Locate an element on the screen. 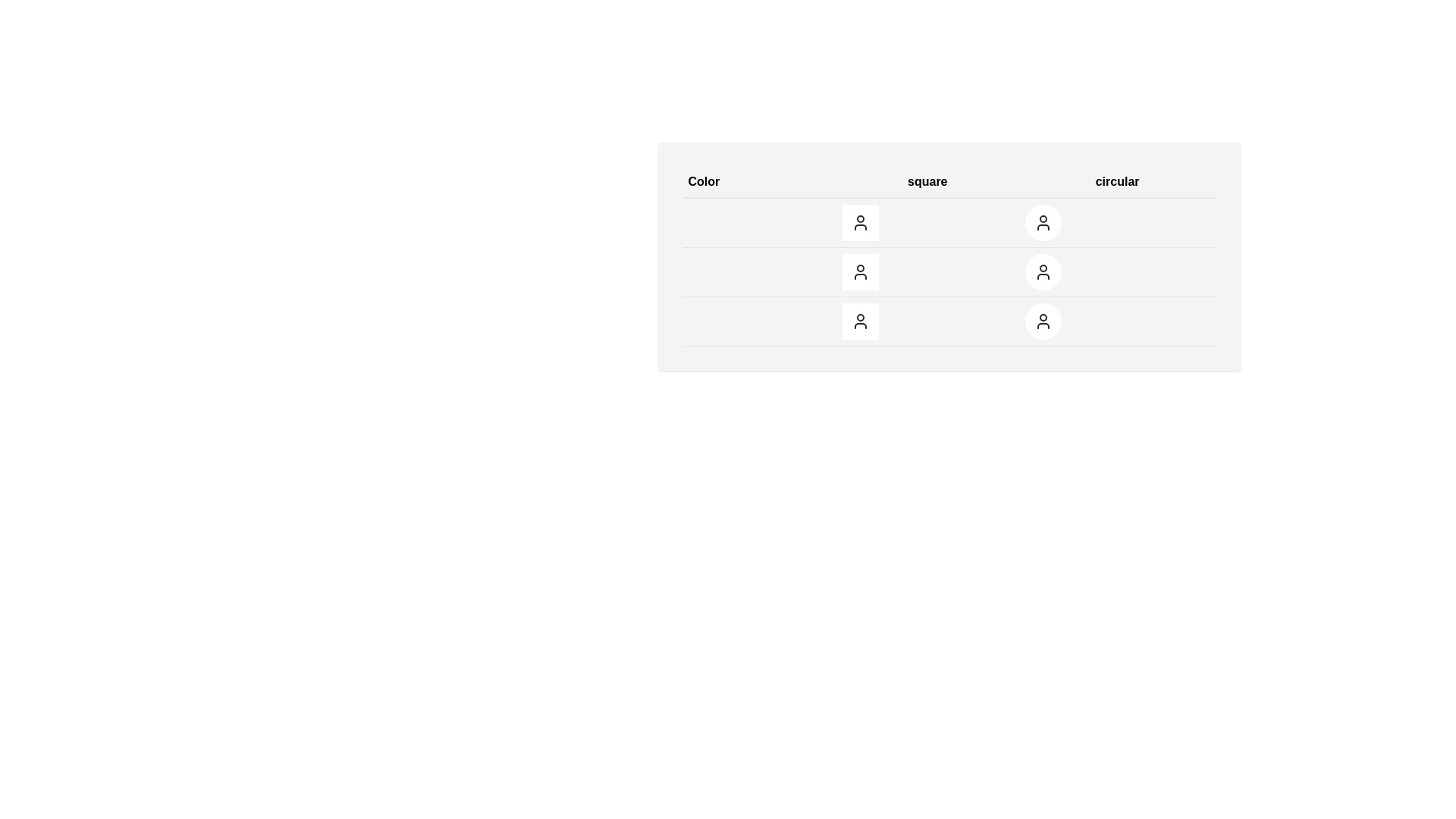 This screenshot has height=819, width=1456. the appearance of the user icon in the first position of the 'square' column in the grid layout is located at coordinates (860, 222).